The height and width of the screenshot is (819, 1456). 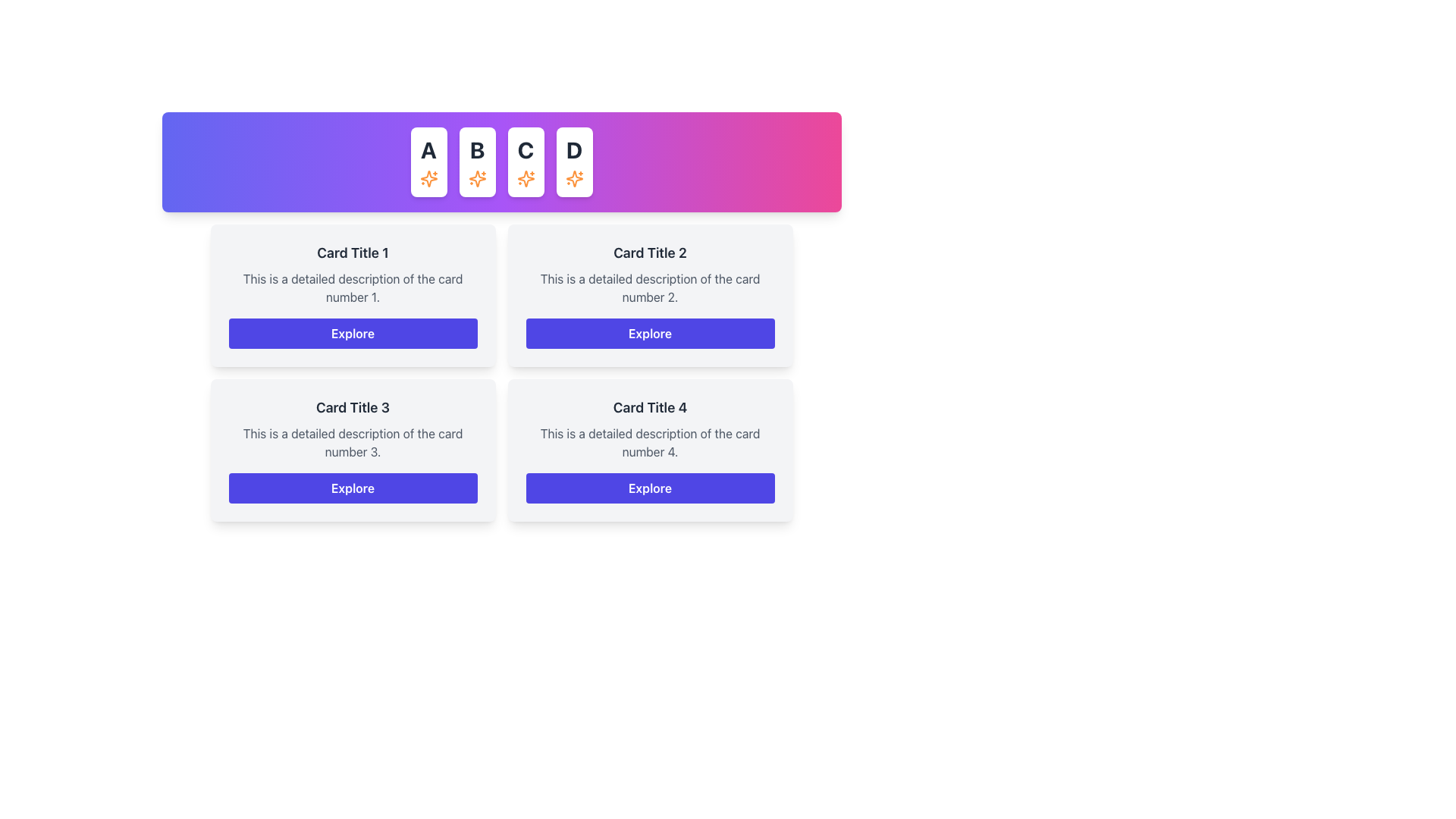 I want to click on the character 'A' label within the first card of the horizontal card lineup, so click(x=428, y=149).